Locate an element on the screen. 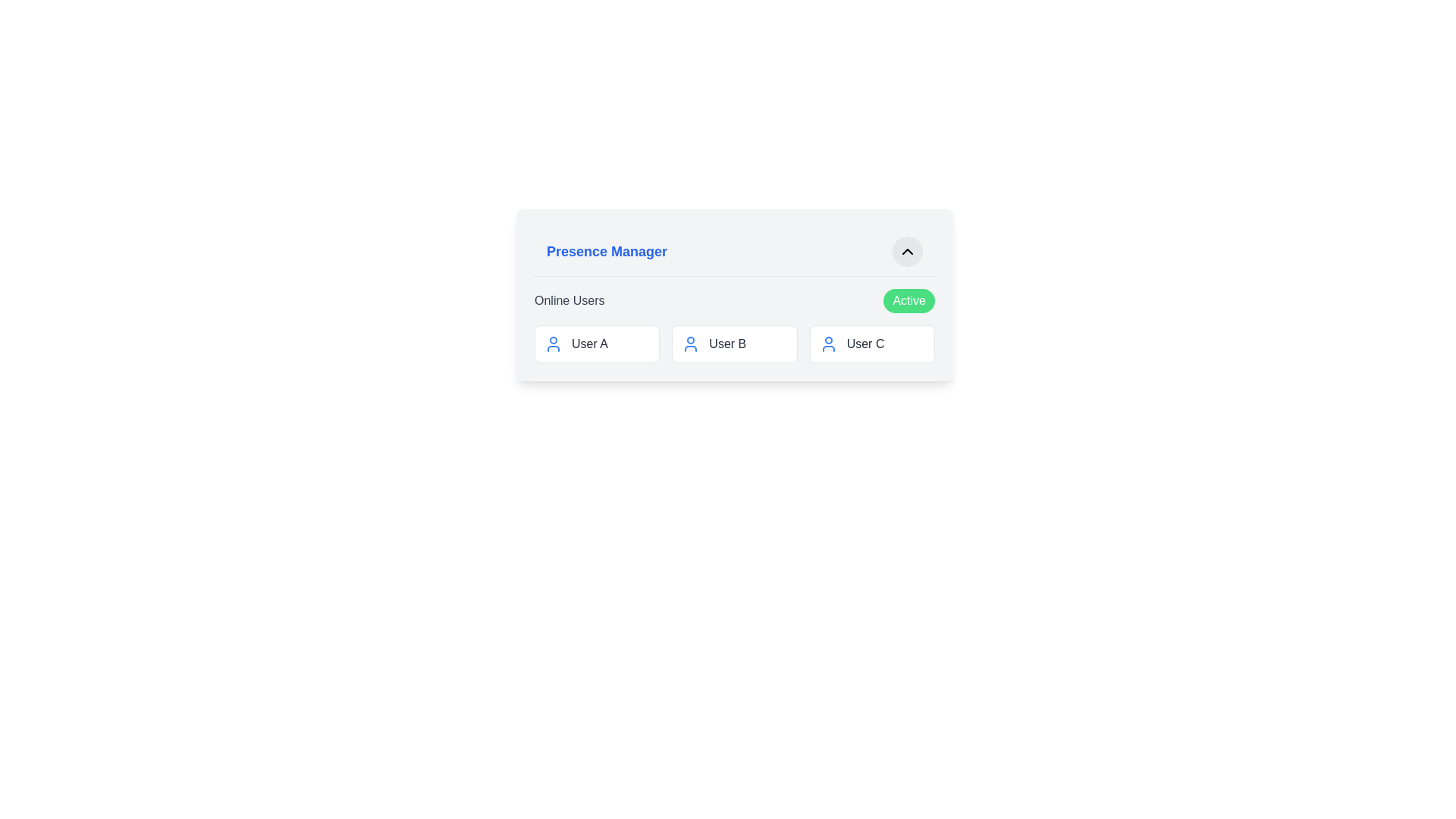  the circular button with a light gray background and an upward-pointing chevron icon located in the top-right corner of the 'Presence Manager' header is located at coordinates (907, 250).